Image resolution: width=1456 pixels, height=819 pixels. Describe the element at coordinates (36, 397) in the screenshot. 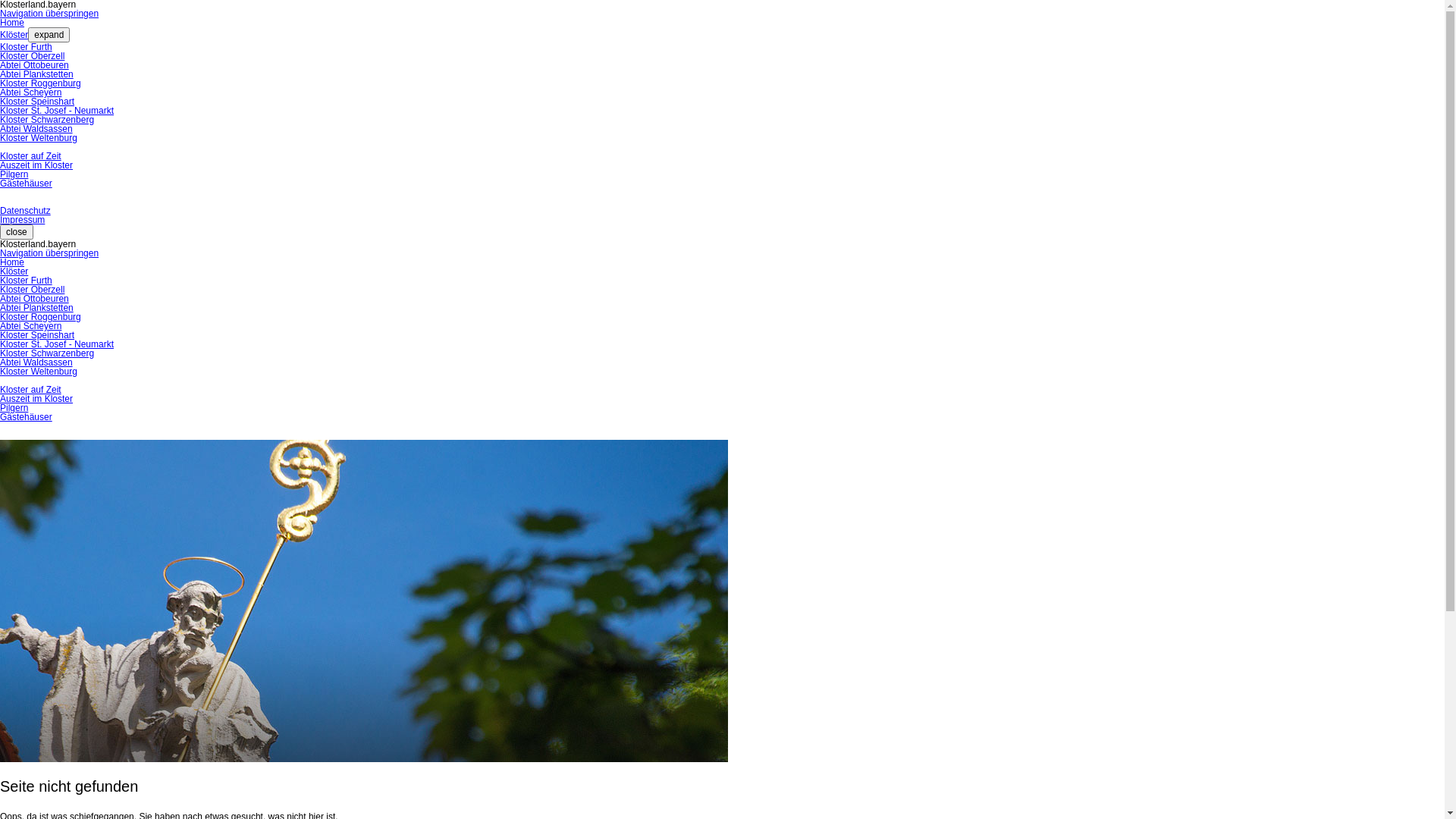

I see `'Auszeit im Kloster'` at that location.